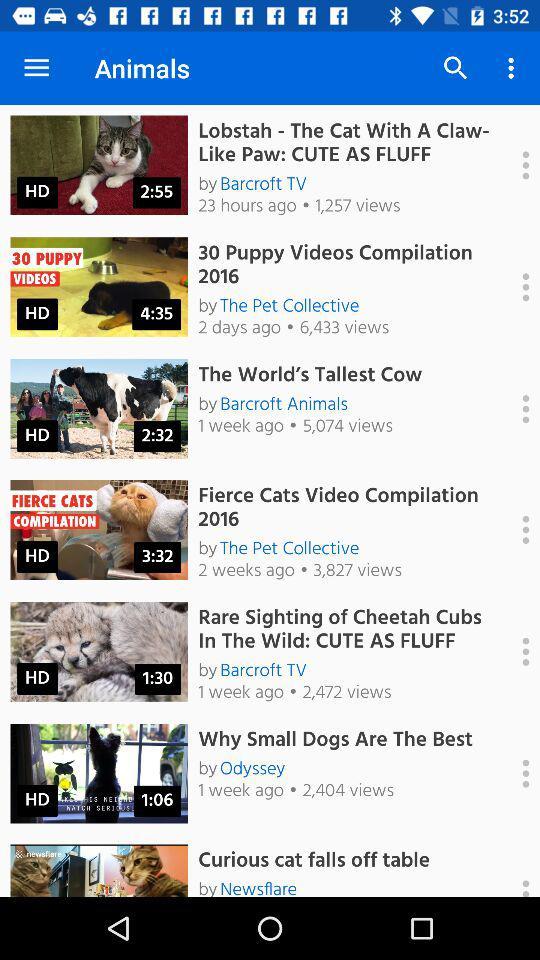 The height and width of the screenshot is (960, 540). I want to click on check video settings info, so click(515, 286).